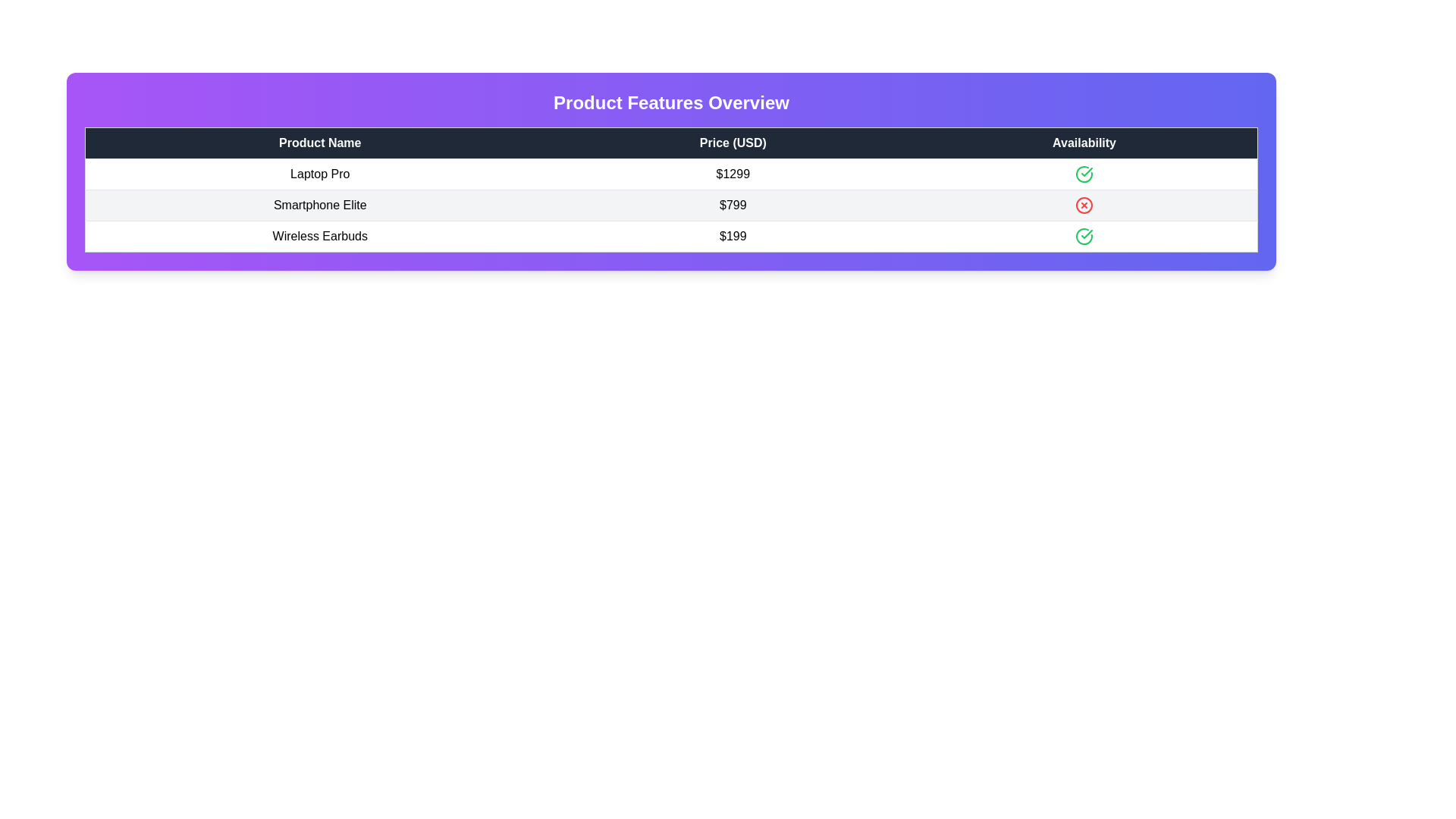 The height and width of the screenshot is (819, 1456). Describe the element at coordinates (1084, 174) in the screenshot. I see `the availability icon for the product 'Laptop Pro' located in the first row of the table under the 'Availability' column` at that location.